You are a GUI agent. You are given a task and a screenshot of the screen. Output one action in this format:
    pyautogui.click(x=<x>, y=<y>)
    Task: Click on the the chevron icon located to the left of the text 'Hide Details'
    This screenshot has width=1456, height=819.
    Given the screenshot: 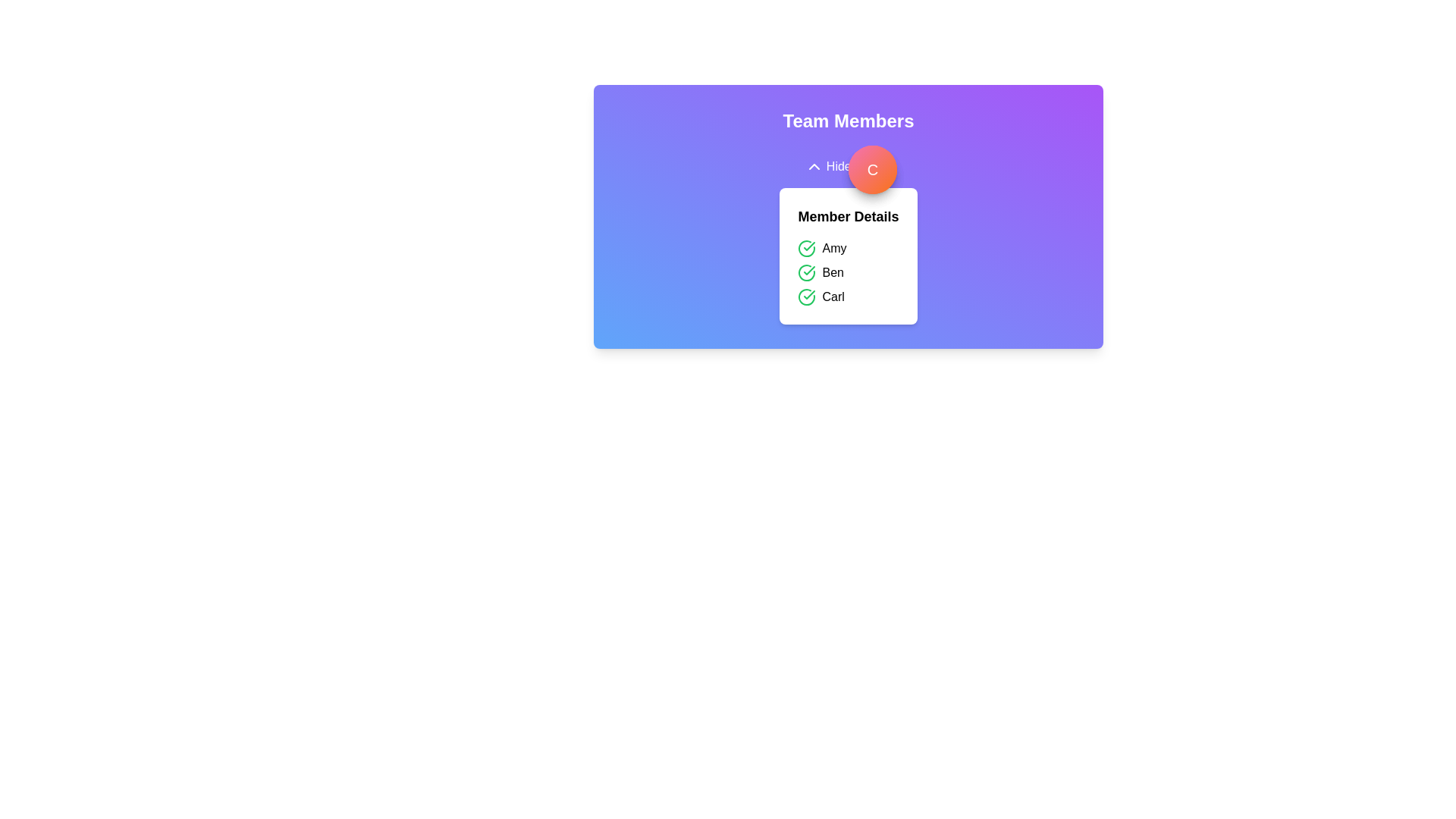 What is the action you would take?
    pyautogui.click(x=813, y=166)
    